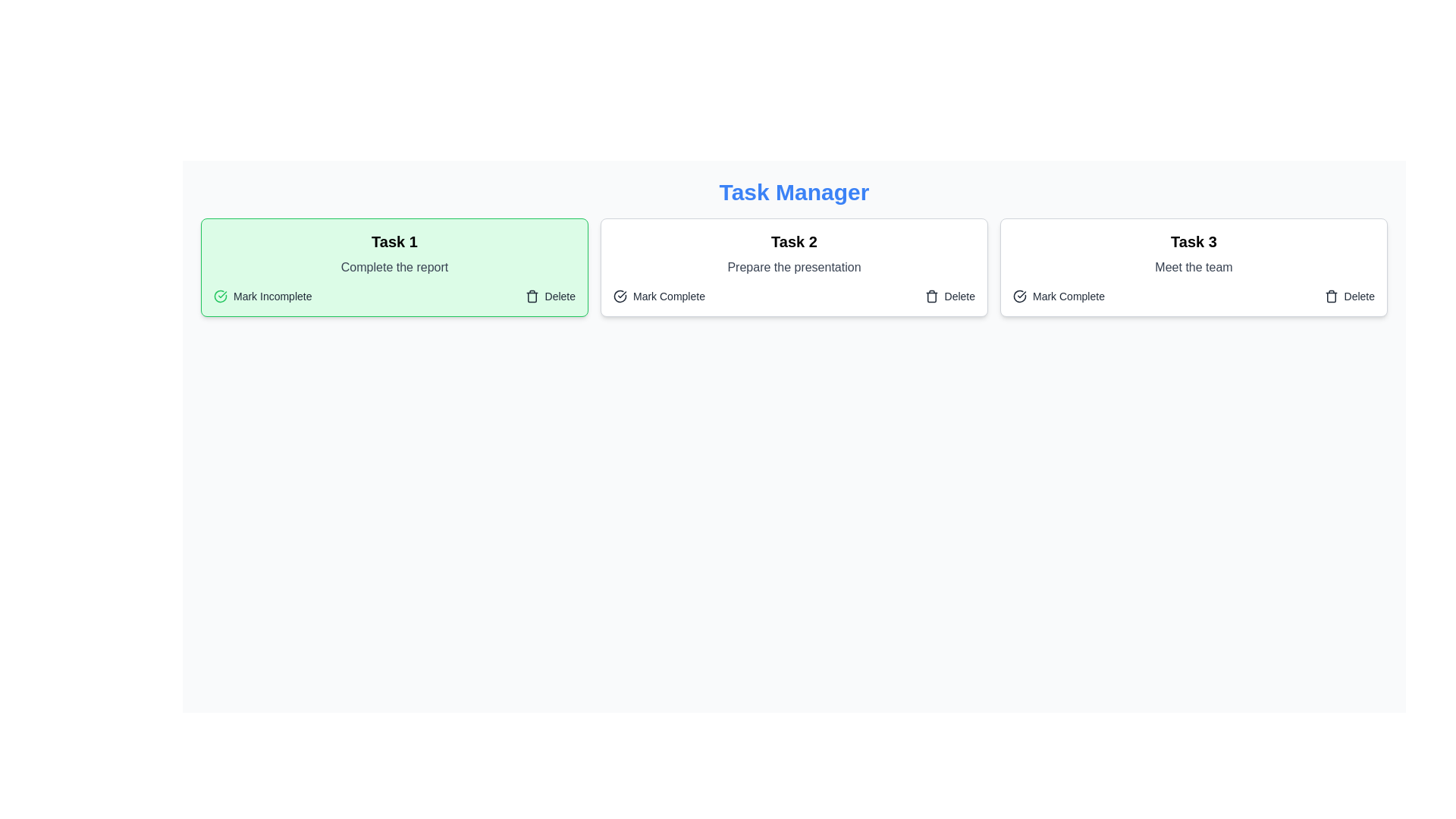 The height and width of the screenshot is (819, 1456). I want to click on the delete button associated with 'Task 3', so click(1349, 296).